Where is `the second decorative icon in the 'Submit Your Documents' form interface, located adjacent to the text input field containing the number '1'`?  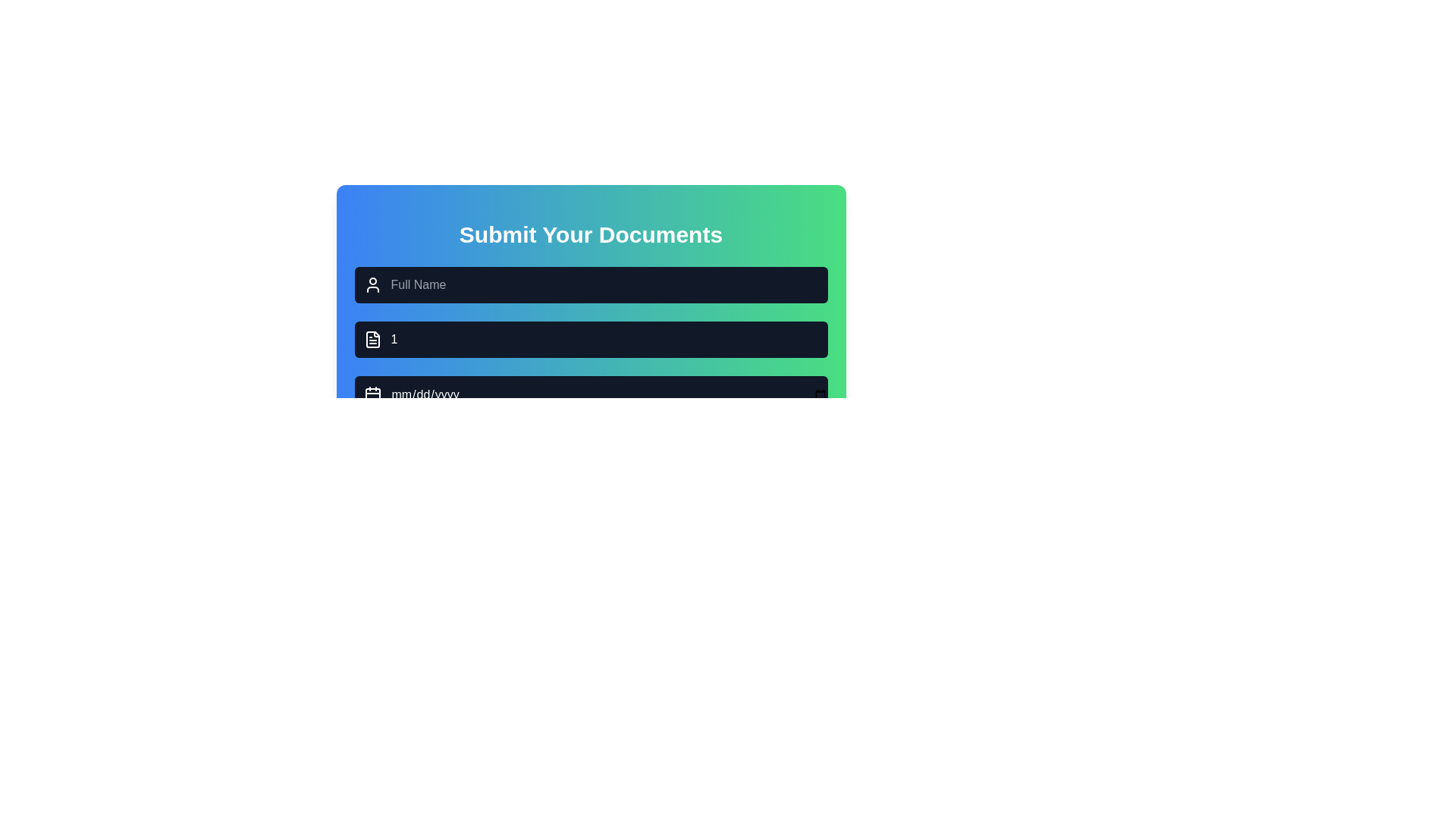 the second decorative icon in the 'Submit Your Documents' form interface, located adjacent to the text input field containing the number '1' is located at coordinates (372, 338).